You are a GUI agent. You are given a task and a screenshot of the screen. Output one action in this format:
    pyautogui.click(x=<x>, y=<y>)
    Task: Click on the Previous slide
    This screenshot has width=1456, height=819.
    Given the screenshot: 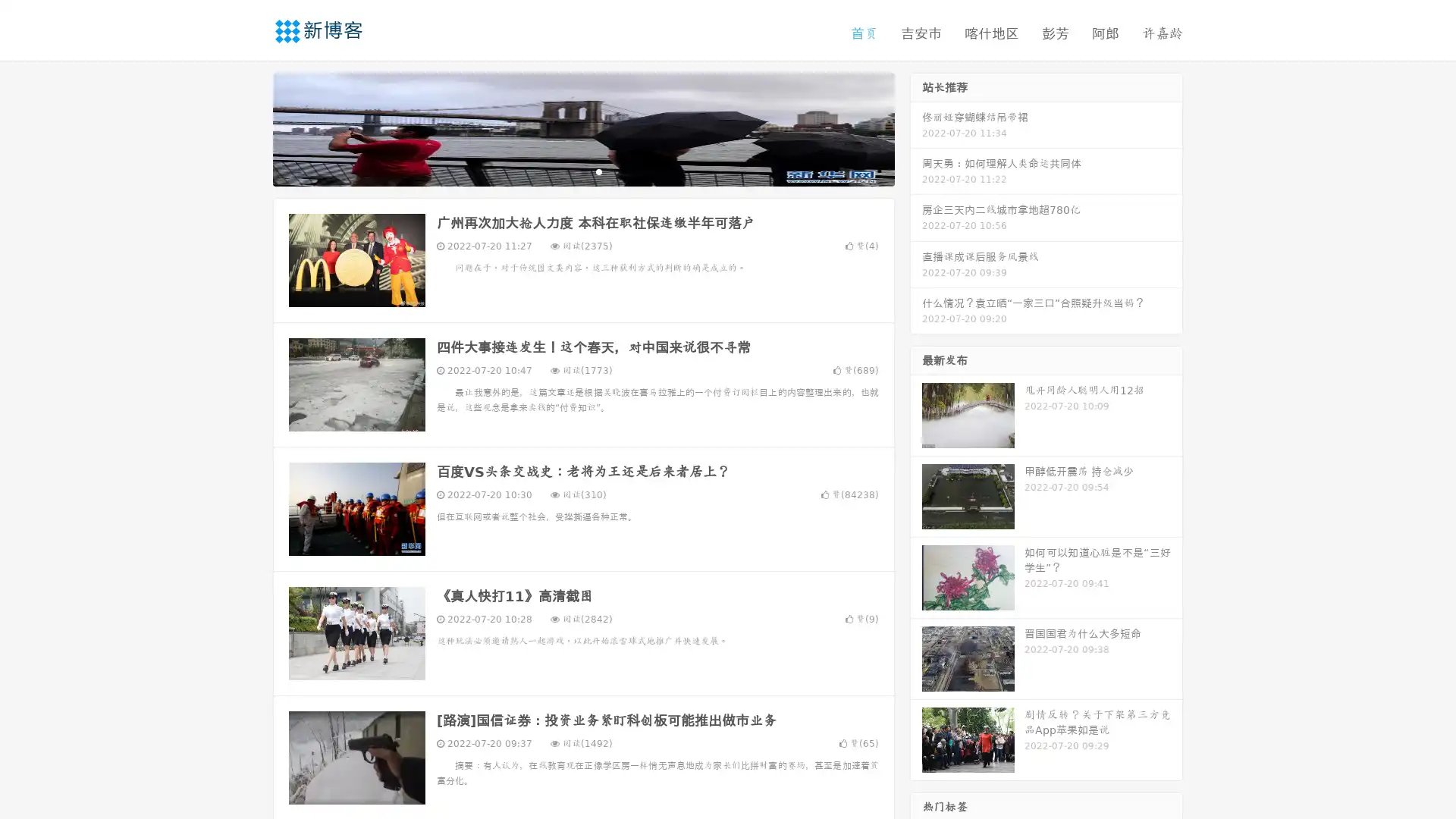 What is the action you would take?
    pyautogui.click(x=250, y=127)
    